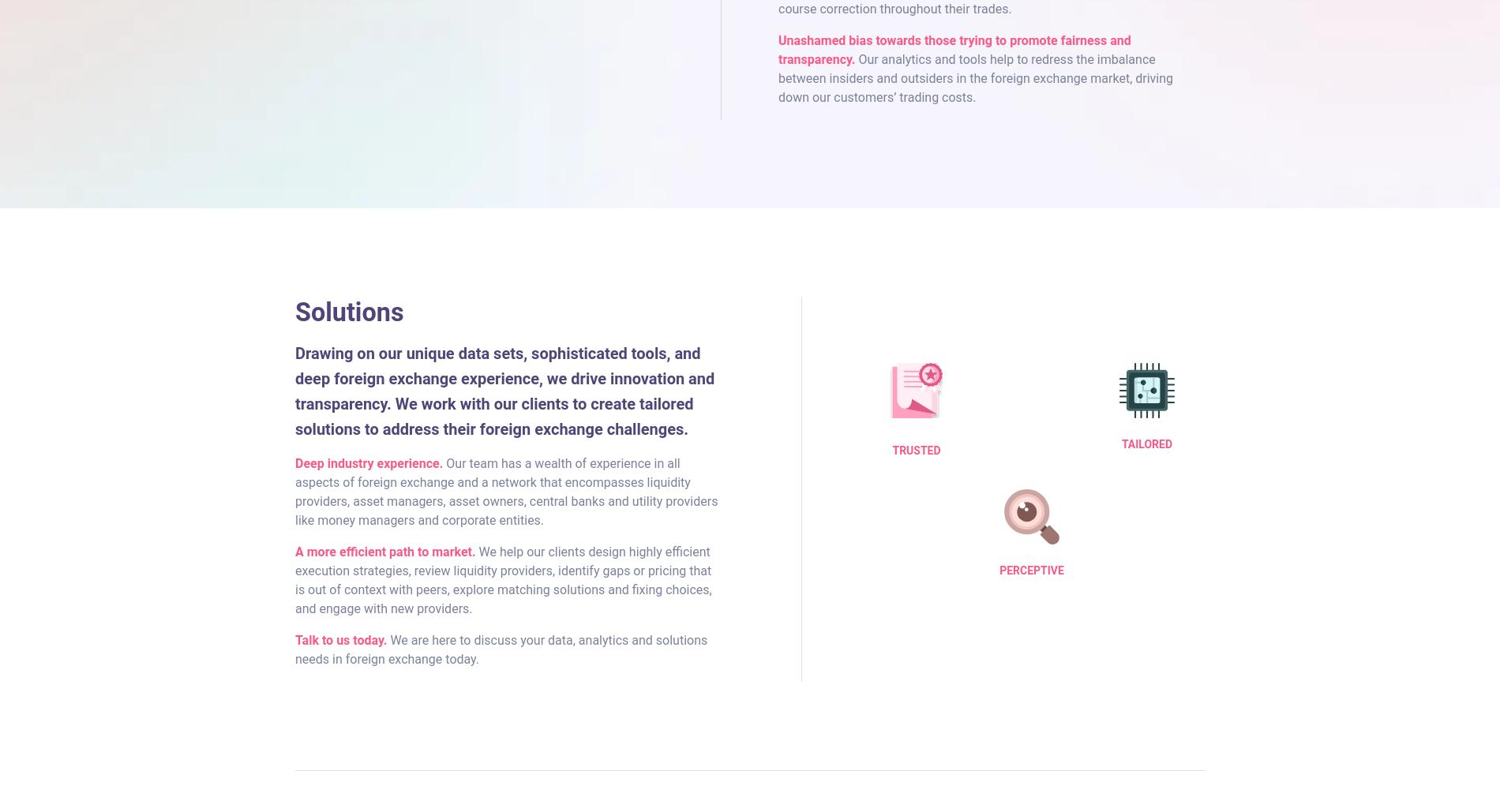 This screenshot has width=1500, height=812. I want to click on 'We are here to discuss your data, analytics and solutions needs in foreign exchange today.', so click(501, 648).